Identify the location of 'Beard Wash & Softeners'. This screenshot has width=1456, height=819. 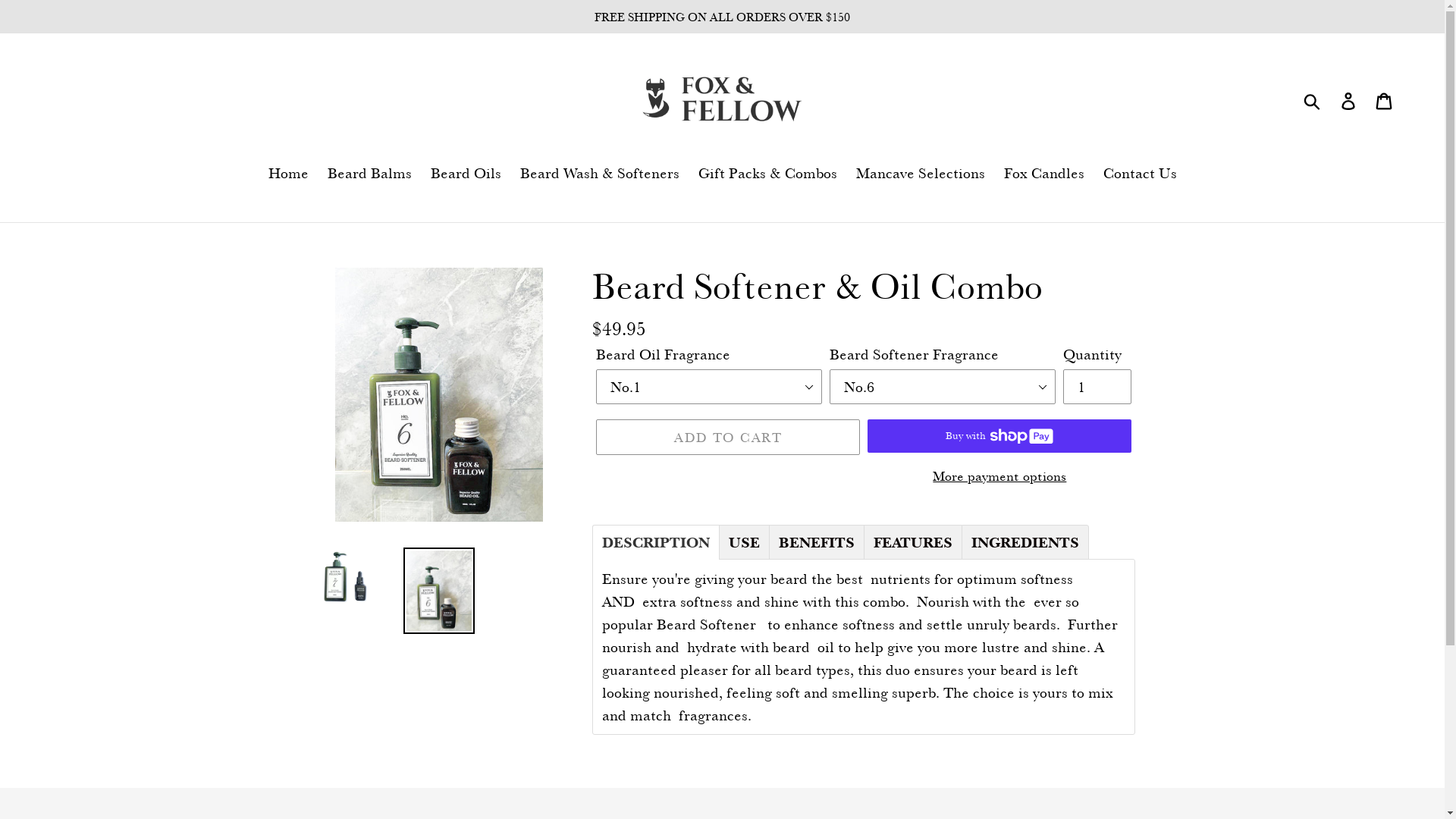
(599, 173).